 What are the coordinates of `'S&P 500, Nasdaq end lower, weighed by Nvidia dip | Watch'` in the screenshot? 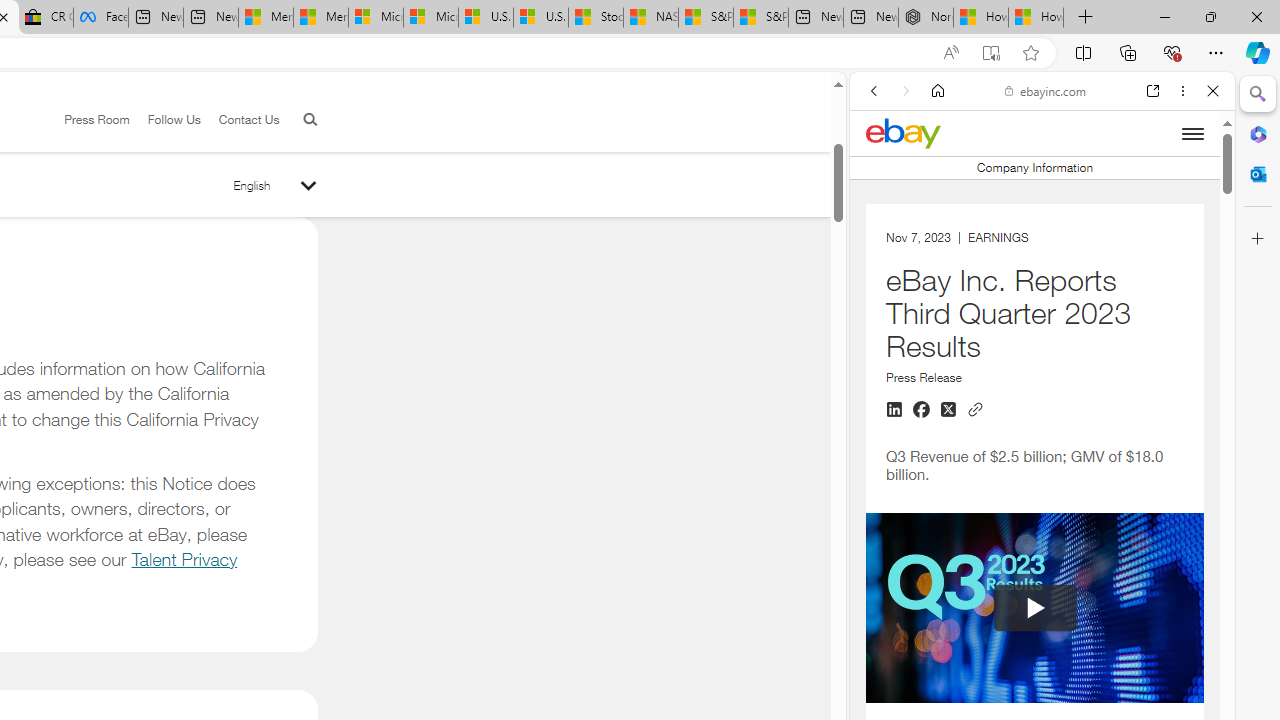 It's located at (759, 17).